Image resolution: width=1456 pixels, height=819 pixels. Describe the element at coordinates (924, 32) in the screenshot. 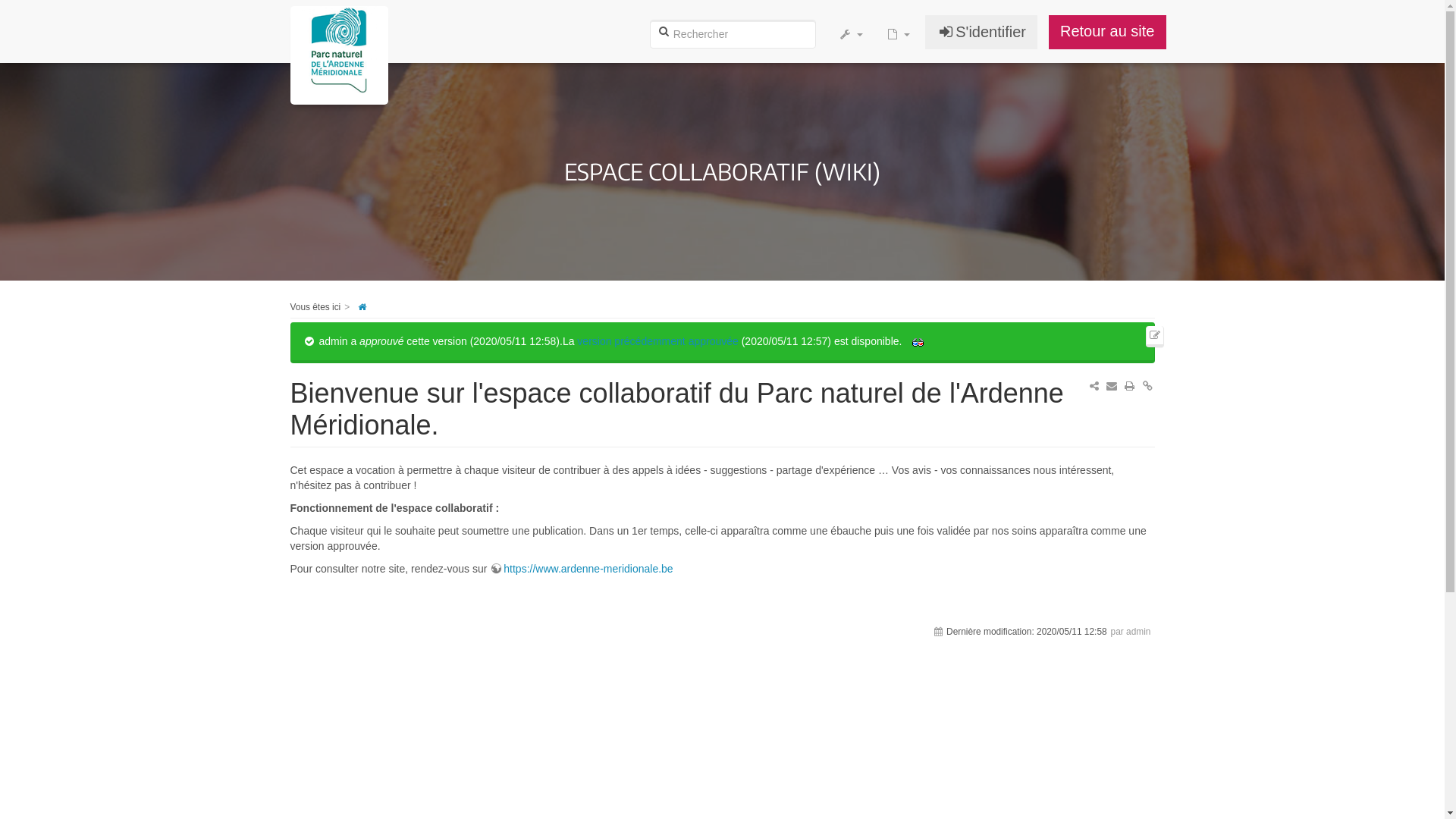

I see `'S'identifier'` at that location.